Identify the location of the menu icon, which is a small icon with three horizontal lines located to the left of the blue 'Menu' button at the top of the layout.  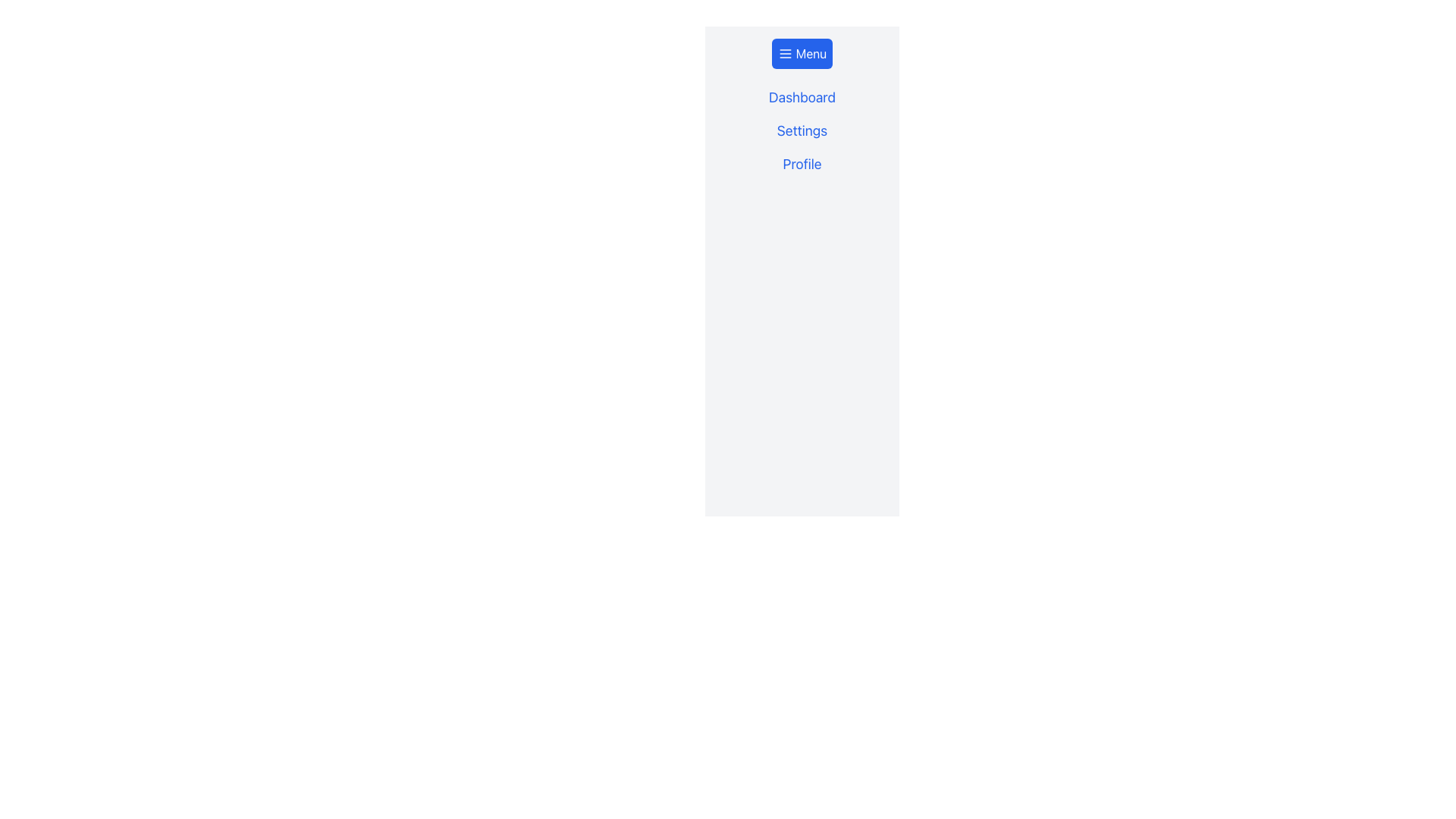
(785, 52).